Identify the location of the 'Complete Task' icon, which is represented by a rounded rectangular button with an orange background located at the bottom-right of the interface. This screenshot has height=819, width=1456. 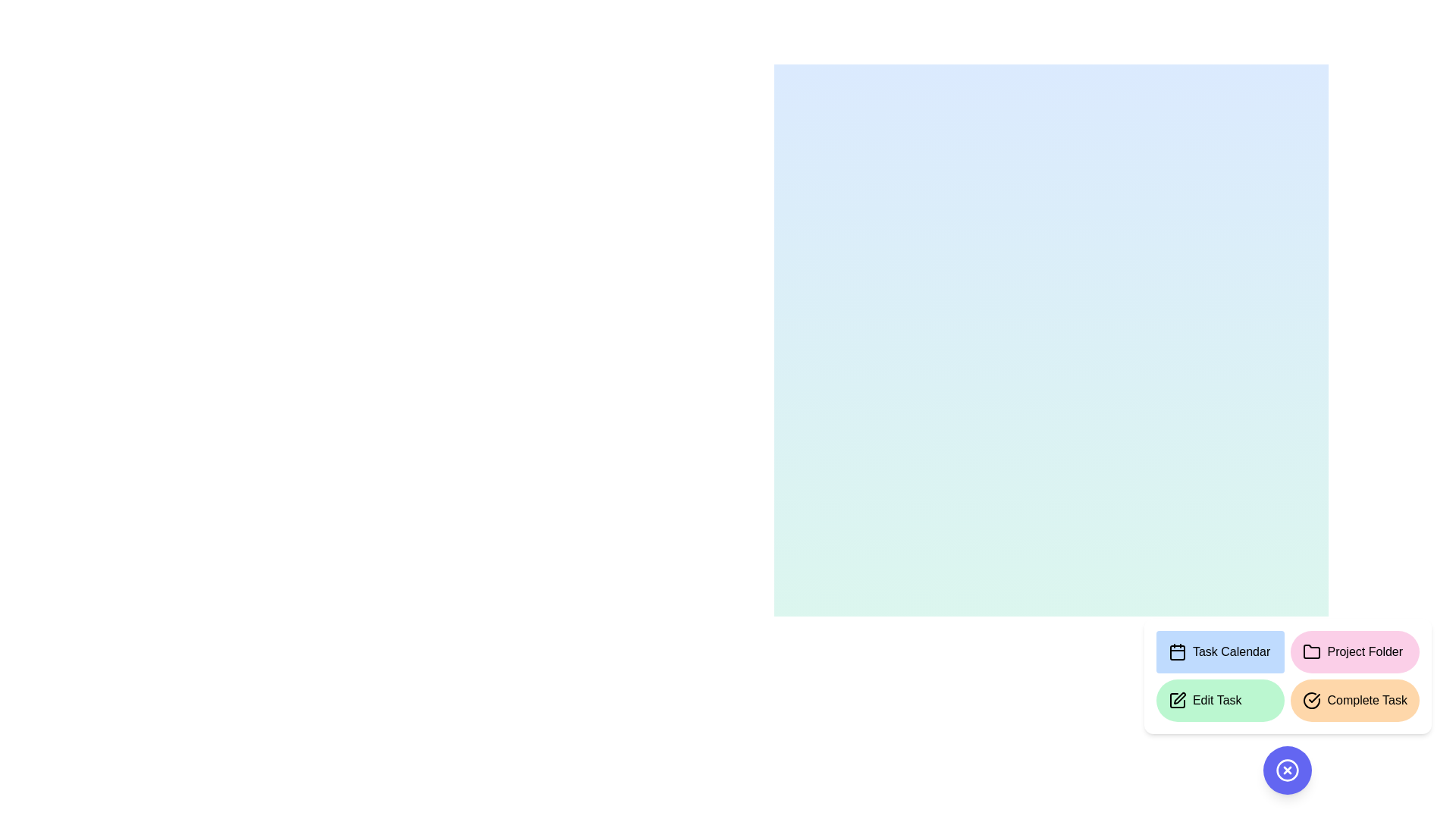
(1311, 701).